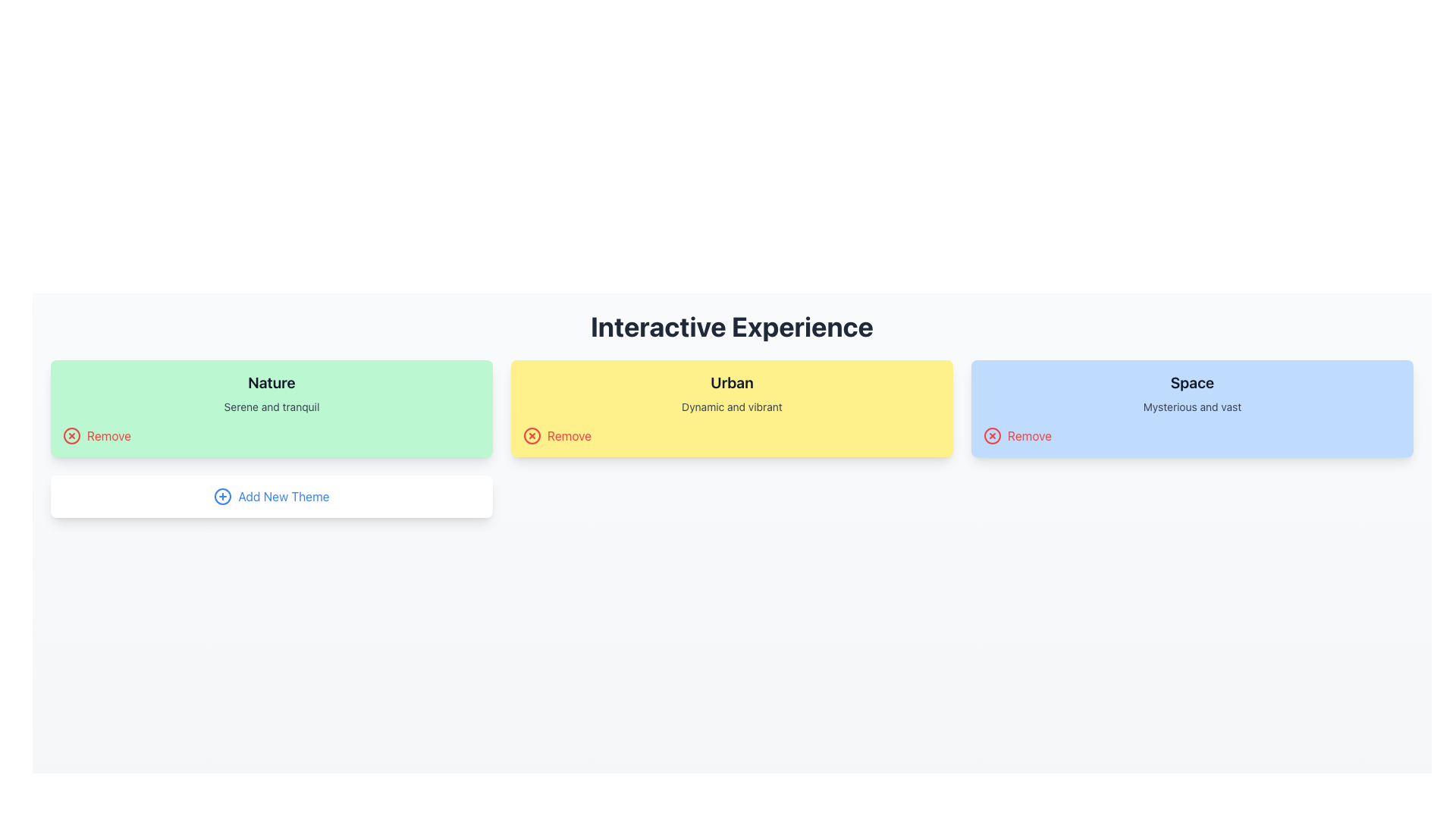 The image size is (1456, 819). Describe the element at coordinates (271, 382) in the screenshot. I see `the text label reading 'Nature', which is styled in bold, black text on a green rectangular card, located at the top-center of the leftmost card in a set of three cards` at that location.